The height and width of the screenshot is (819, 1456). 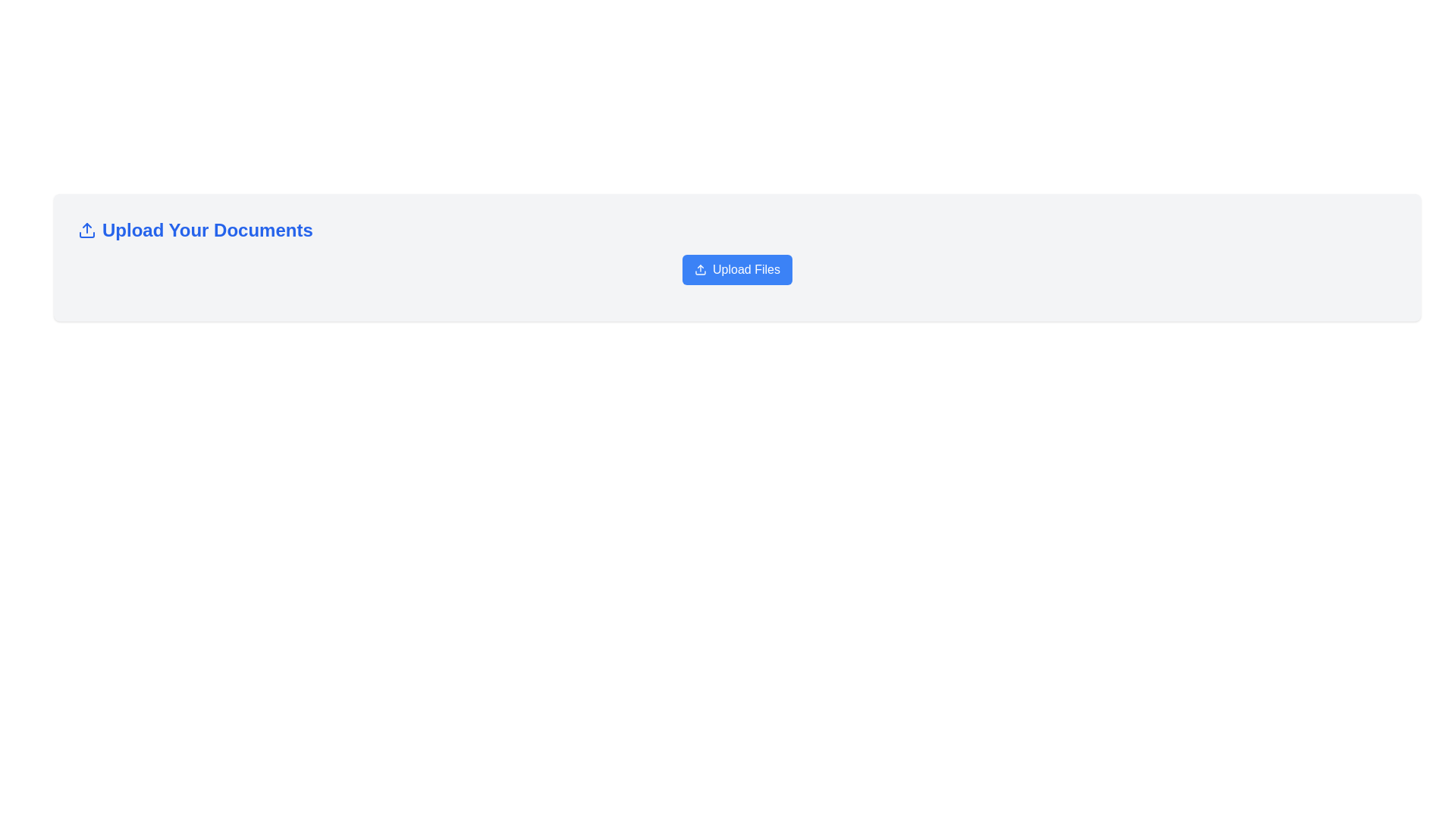 I want to click on the button located centrally beneath the heading 'Upload Your Documents' with a light gray background, so click(x=737, y=275).